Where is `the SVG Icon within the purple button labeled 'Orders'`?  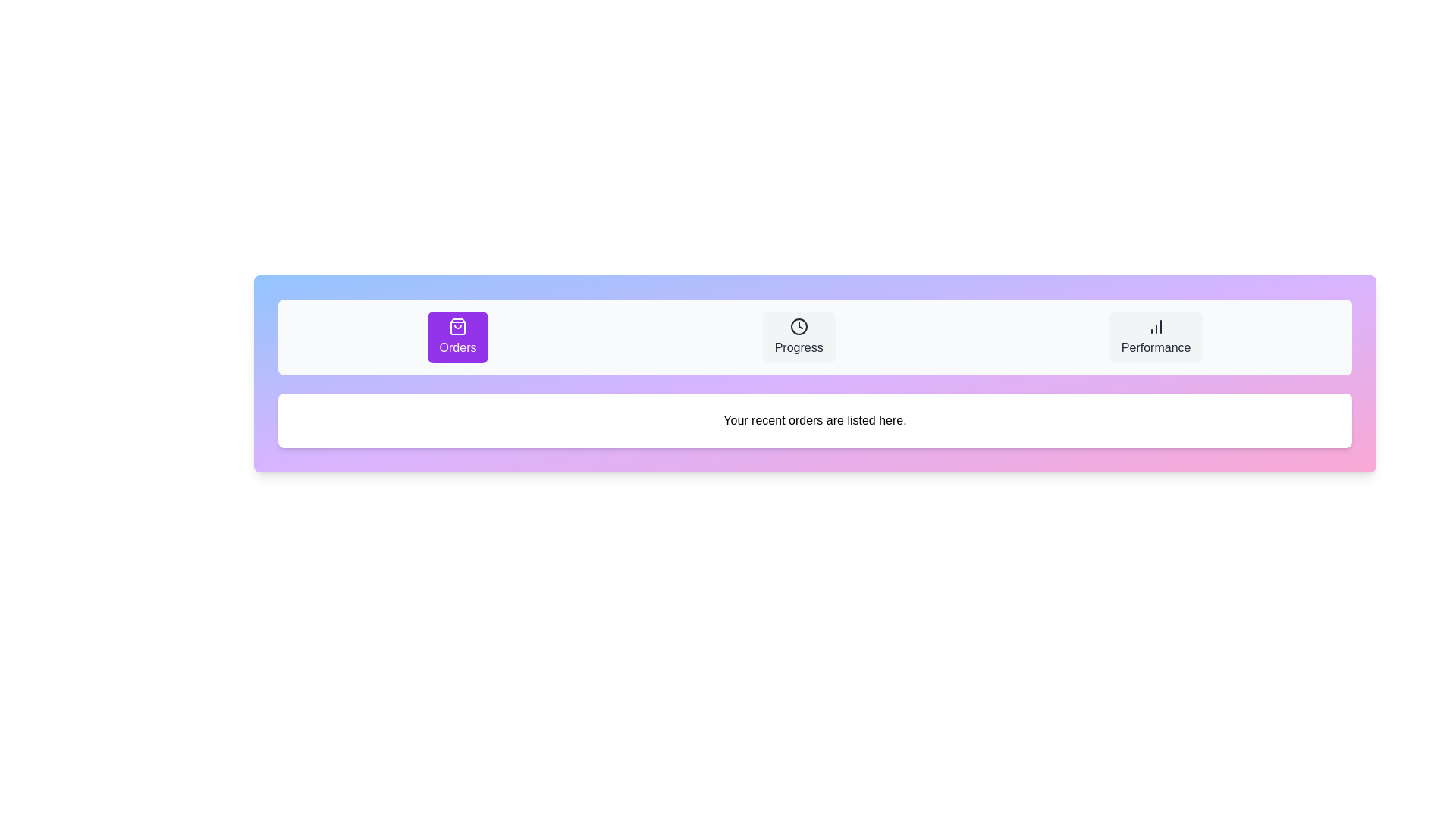
the SVG Icon within the purple button labeled 'Orders' is located at coordinates (457, 326).